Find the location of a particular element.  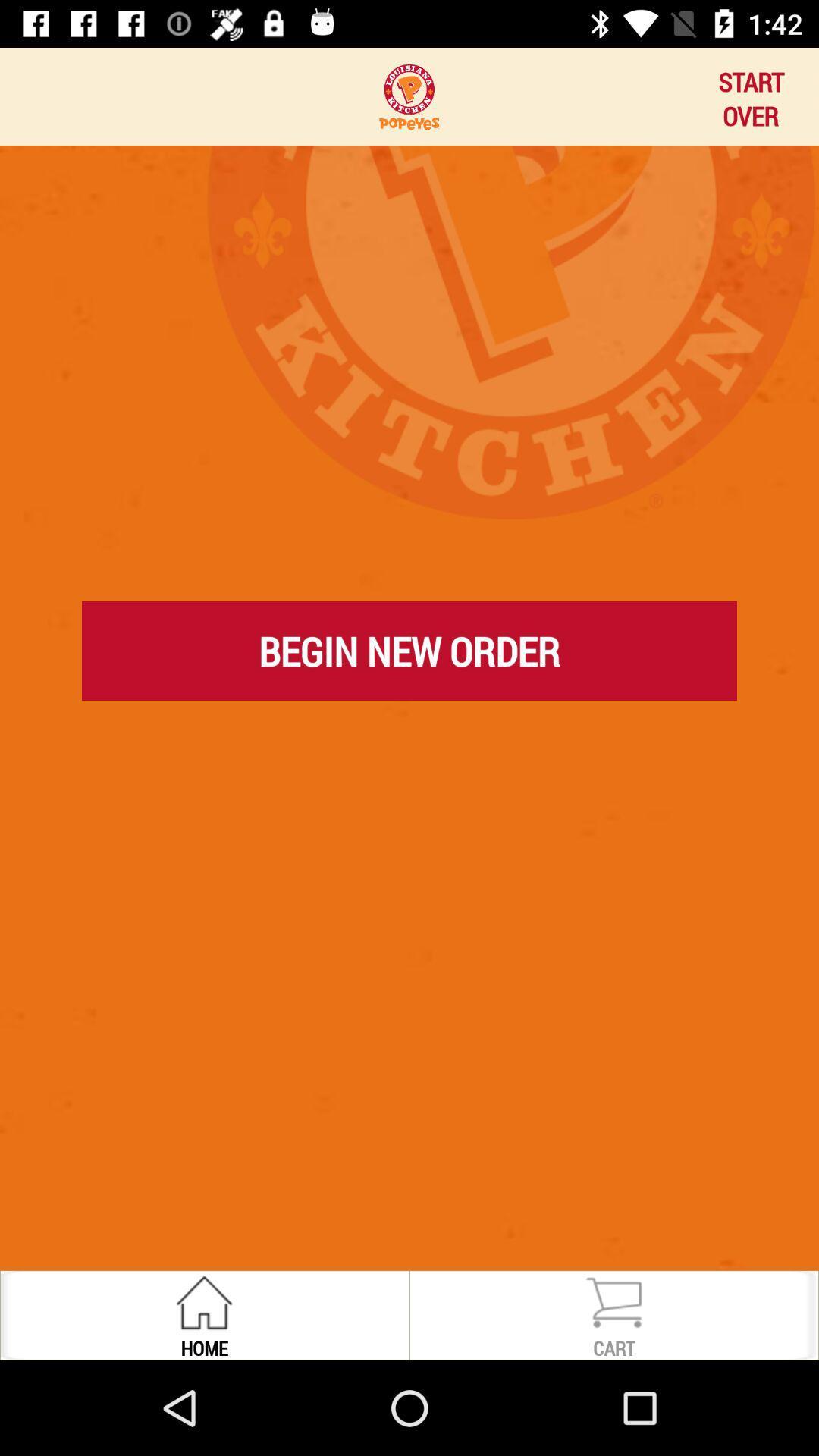

the cart item is located at coordinates (614, 1348).